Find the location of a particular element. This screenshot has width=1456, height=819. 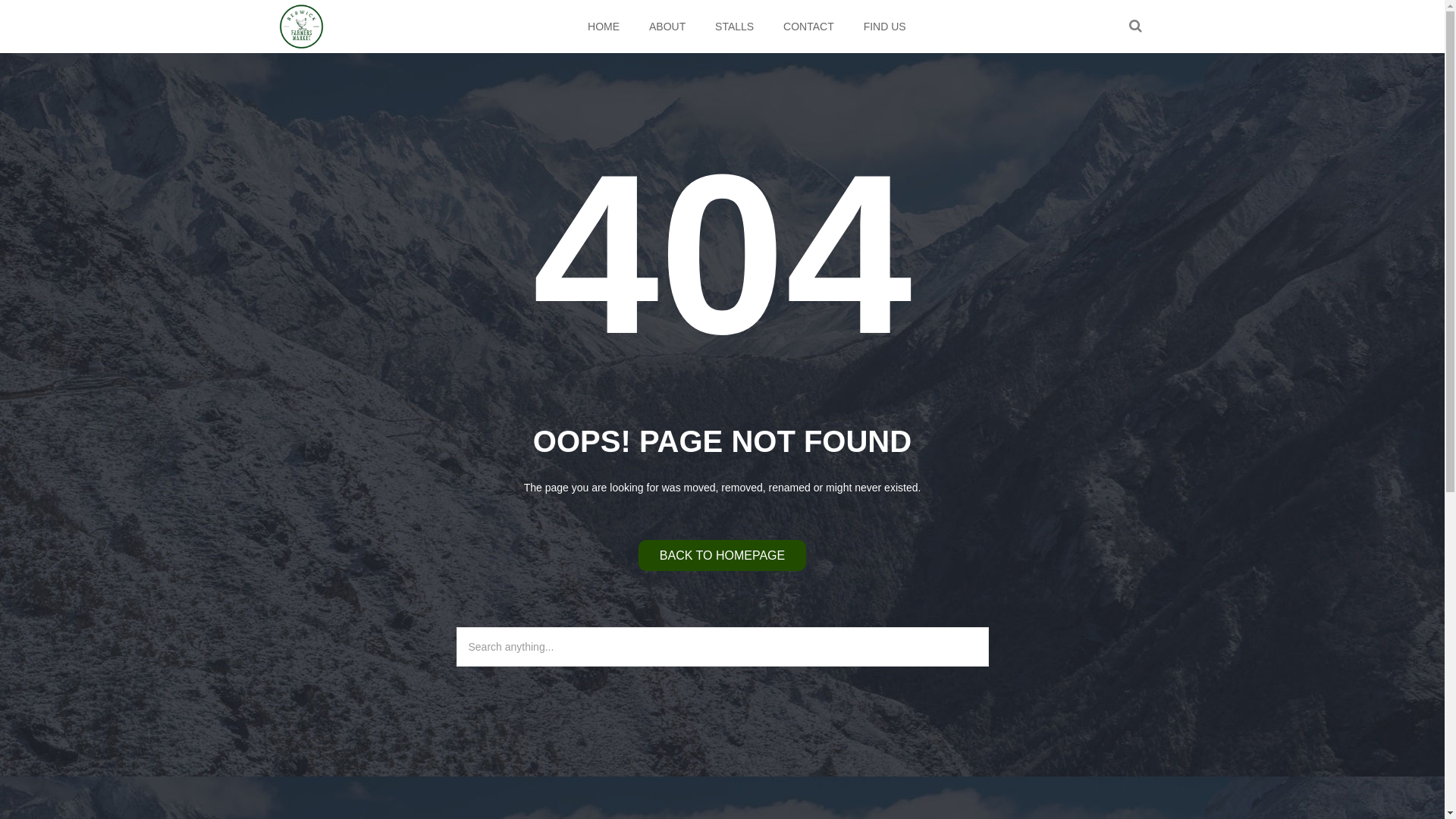

'CONTACT' is located at coordinates (808, 26).